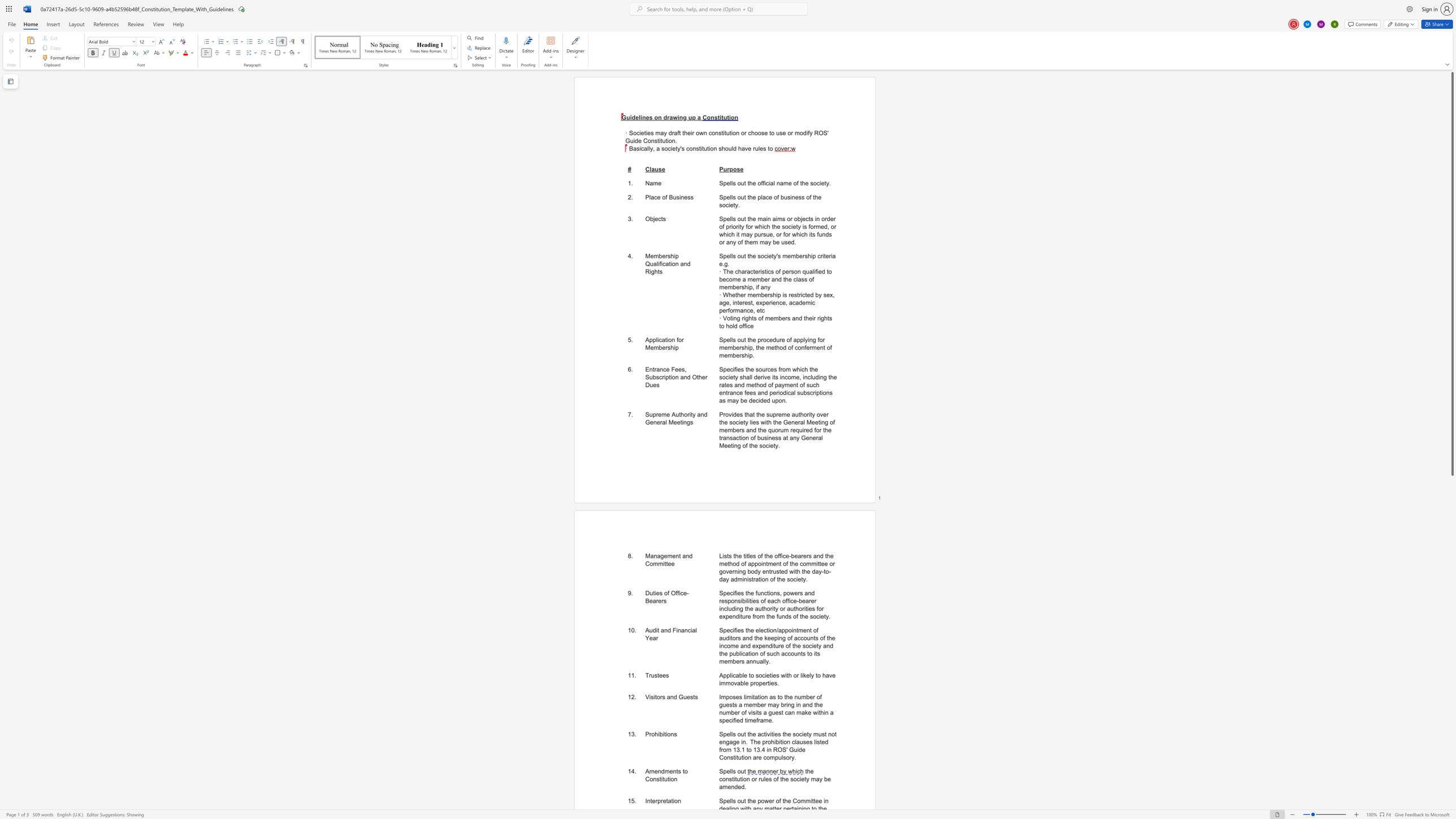 The image size is (1456, 819). Describe the element at coordinates (730, 318) in the screenshot. I see `the subset text "ting rights of members and their rights to" within the text "· Voting rights of members and their rights to hold office"` at that location.